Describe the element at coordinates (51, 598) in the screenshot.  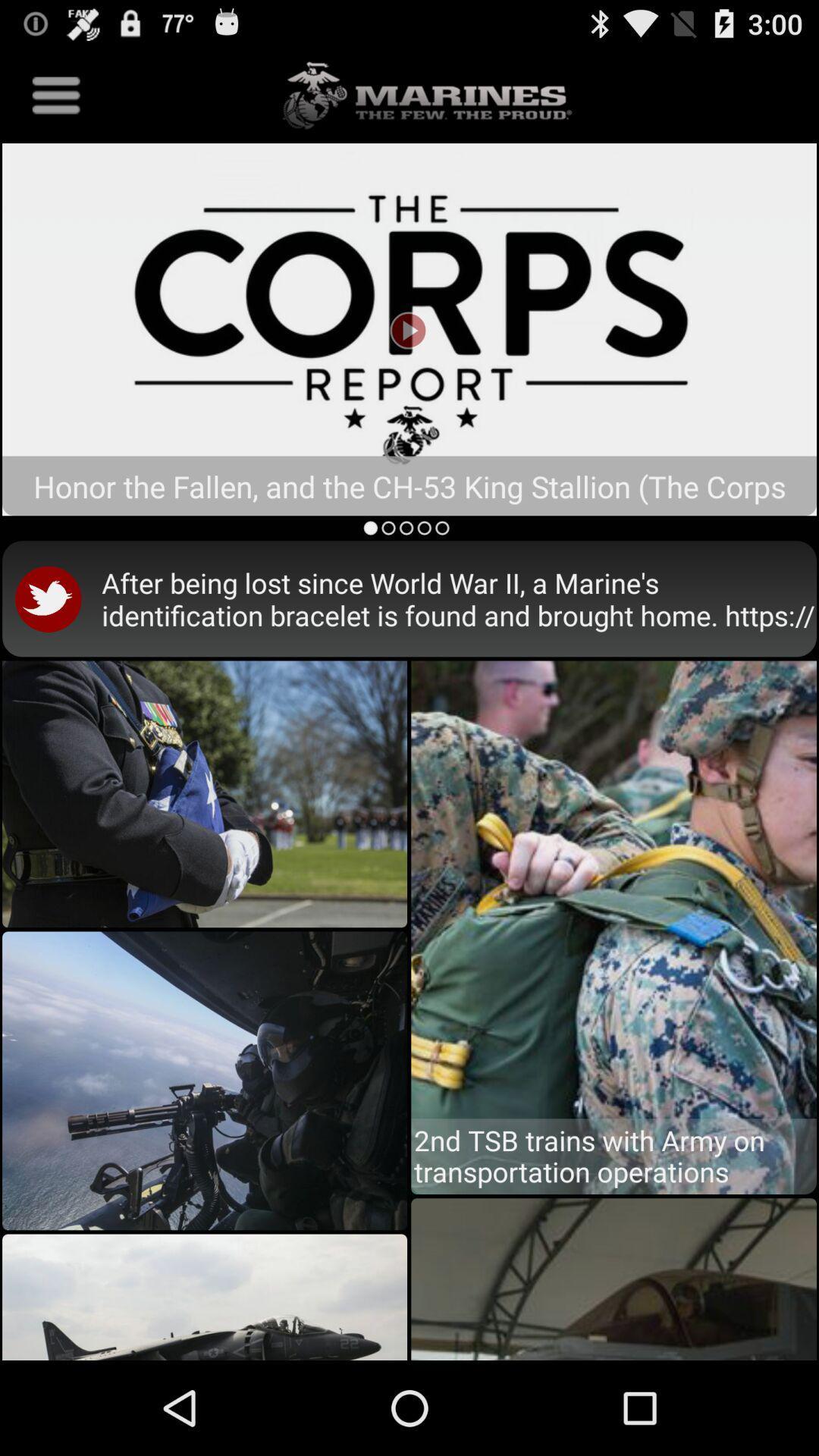
I see `the icon just before the text after being lost since world war 11` at that location.